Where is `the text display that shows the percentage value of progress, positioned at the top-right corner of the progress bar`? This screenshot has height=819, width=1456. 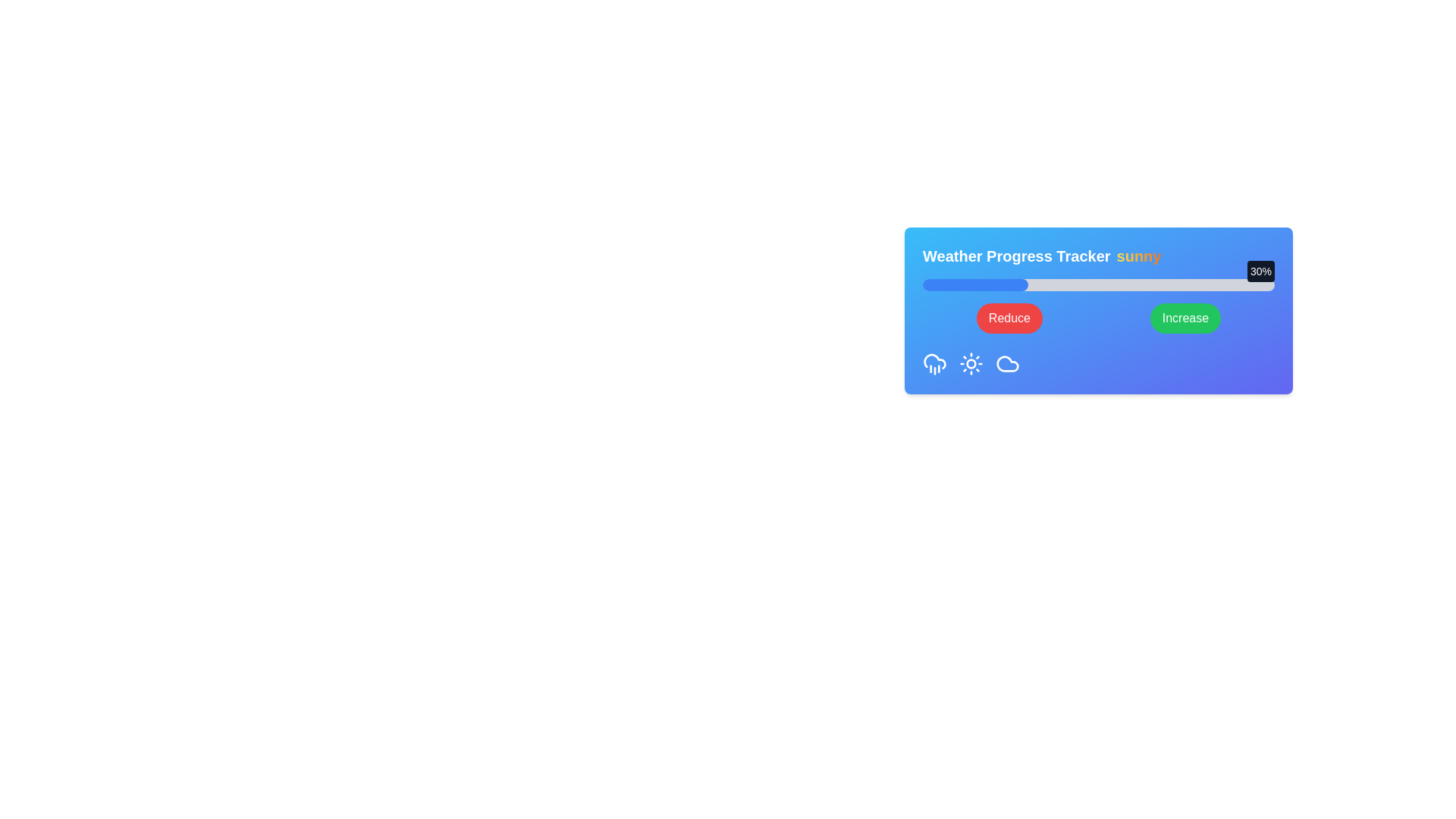 the text display that shows the percentage value of progress, positioned at the top-right corner of the progress bar is located at coordinates (1260, 271).